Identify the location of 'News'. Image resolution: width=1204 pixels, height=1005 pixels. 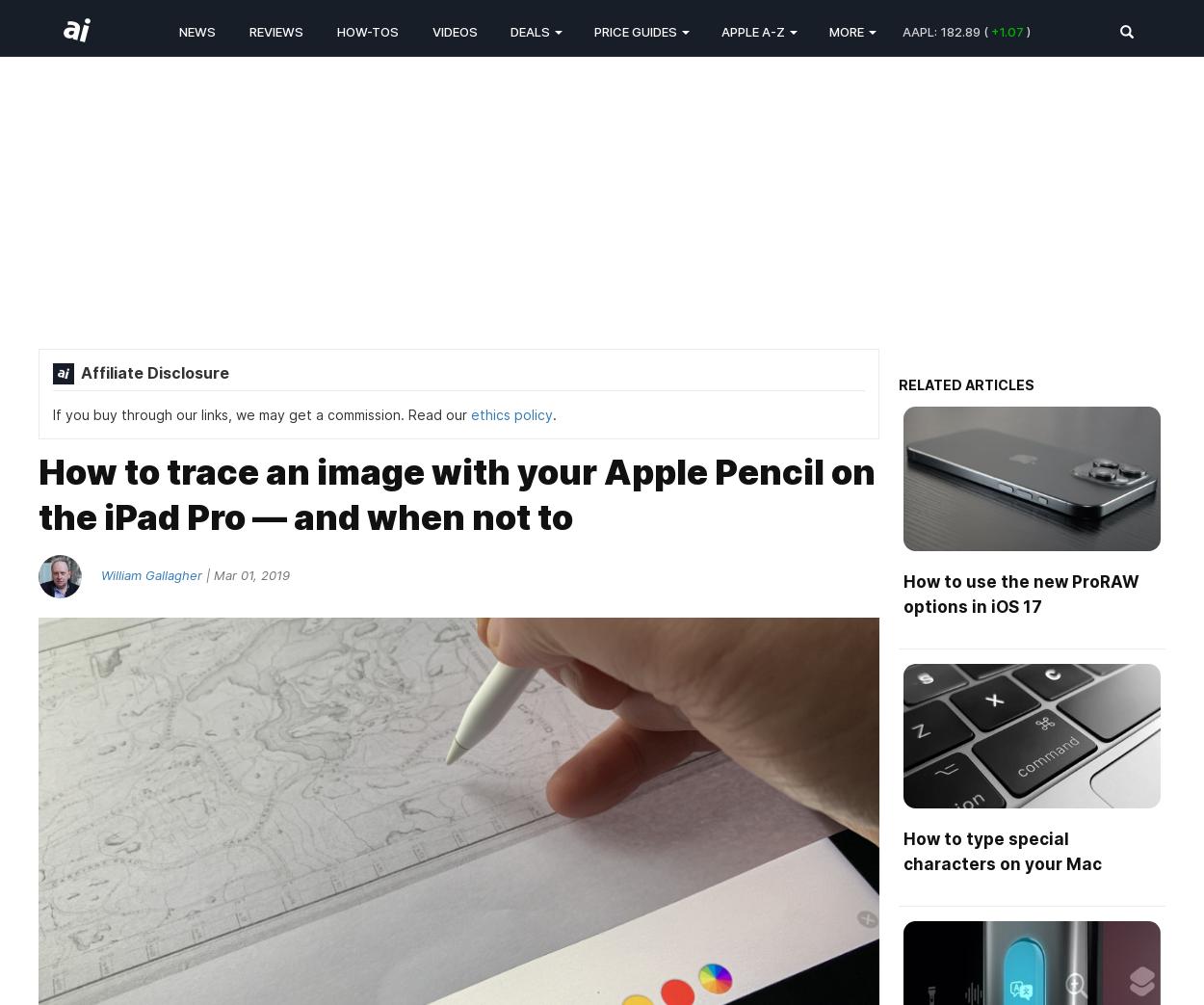
(196, 30).